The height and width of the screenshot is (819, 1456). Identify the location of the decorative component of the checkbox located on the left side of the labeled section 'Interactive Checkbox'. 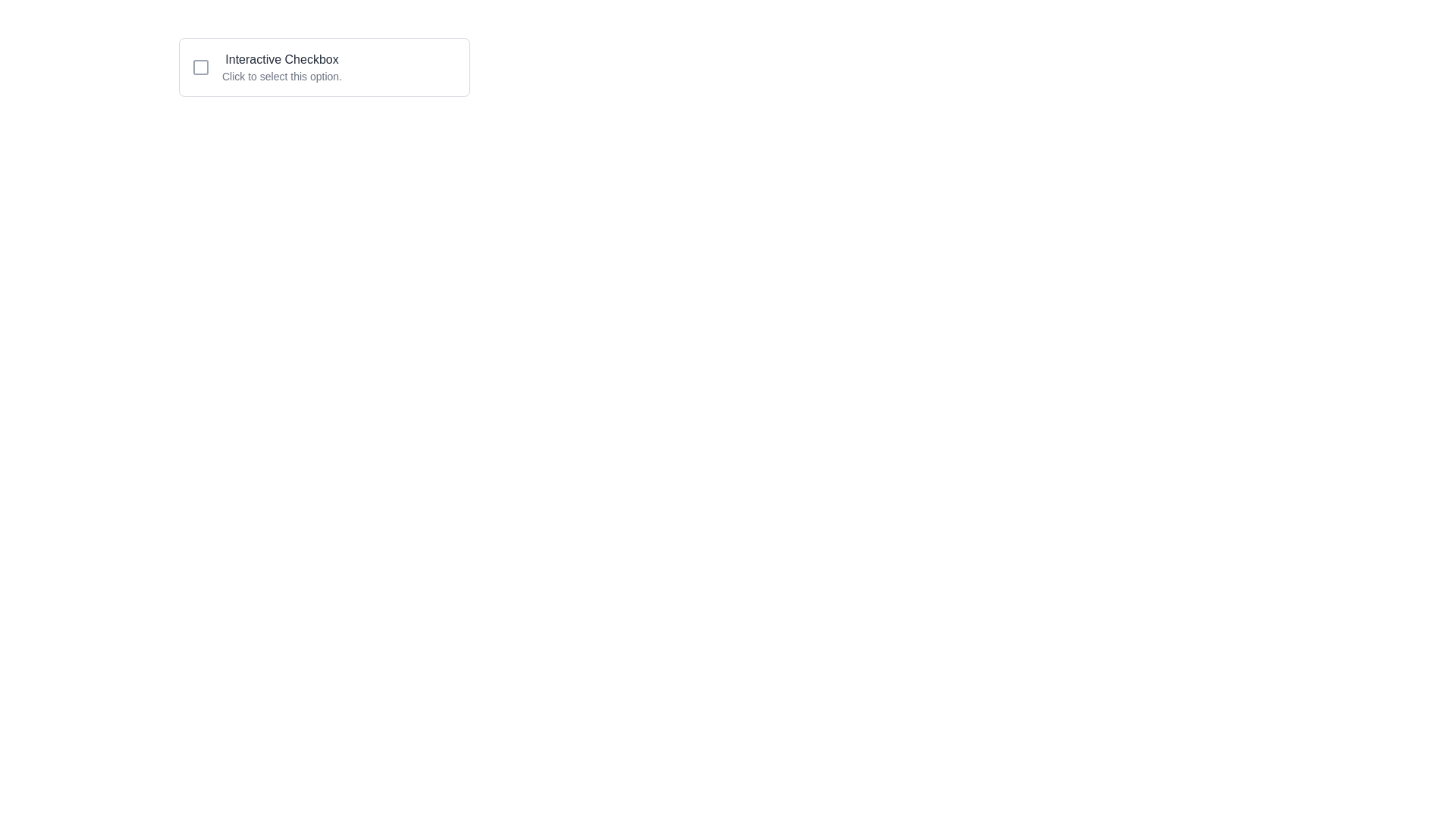
(199, 66).